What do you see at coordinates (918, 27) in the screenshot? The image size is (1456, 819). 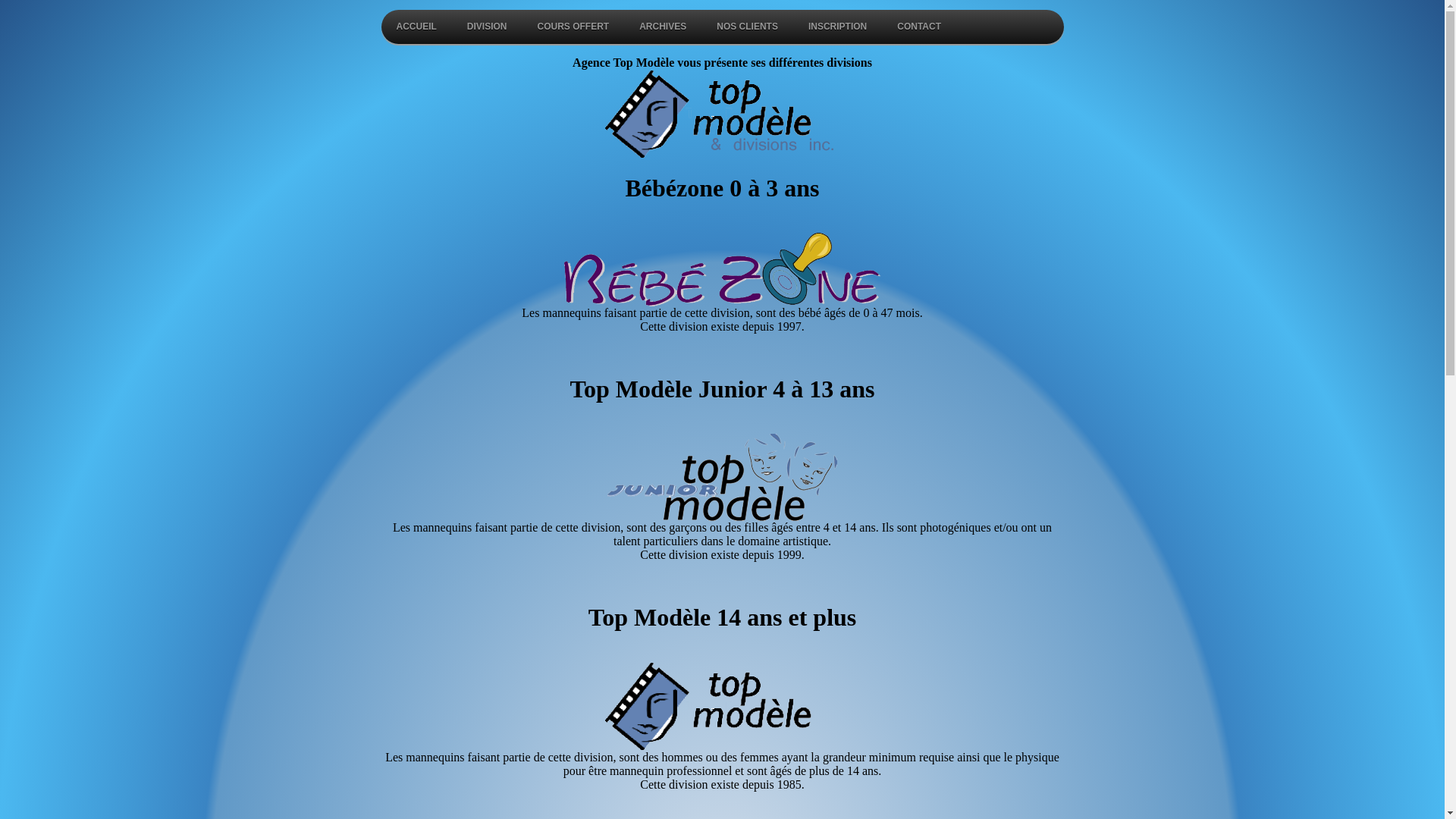 I see `'CONTACT'` at bounding box center [918, 27].